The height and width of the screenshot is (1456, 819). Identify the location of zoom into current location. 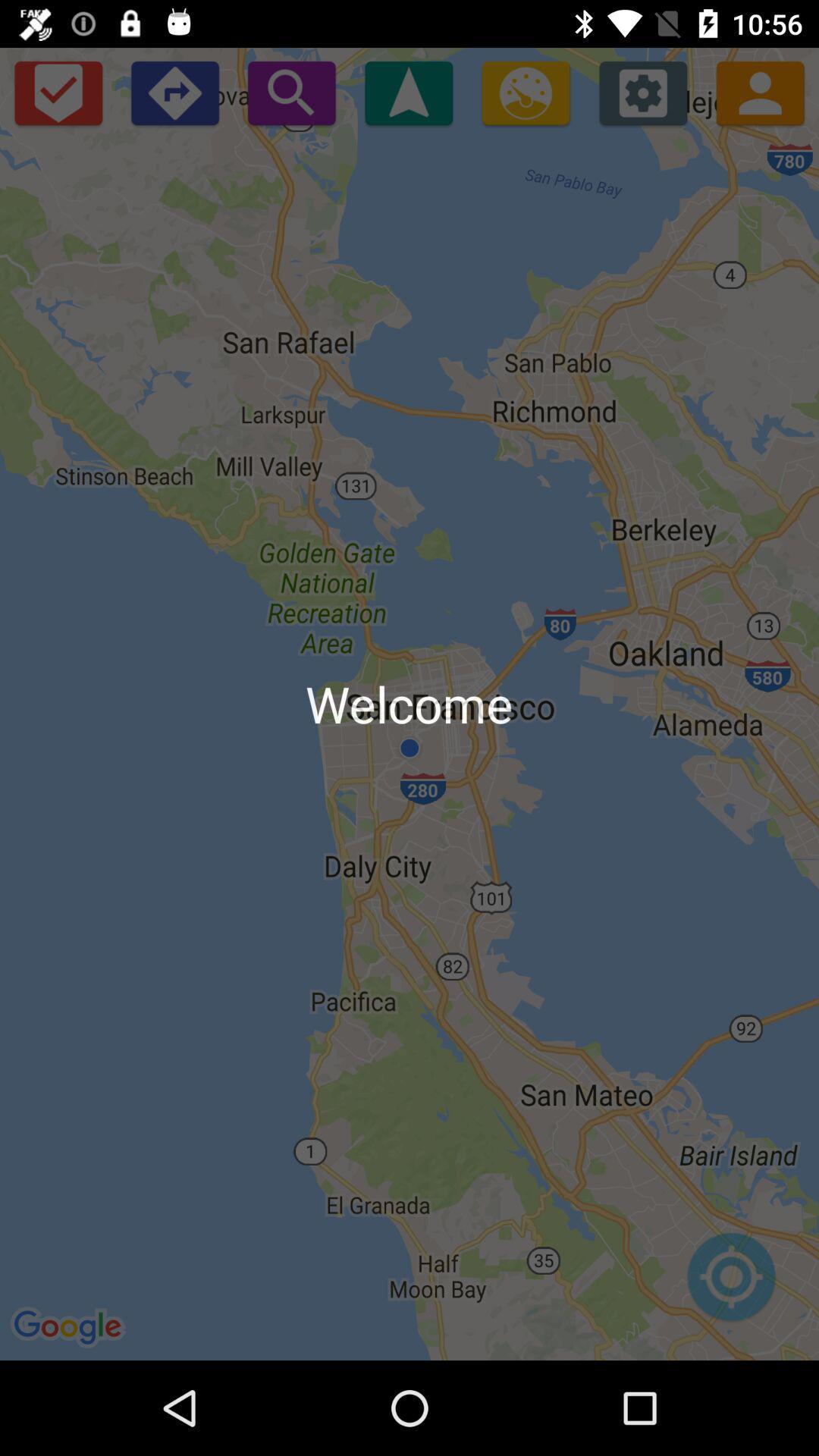
(730, 1284).